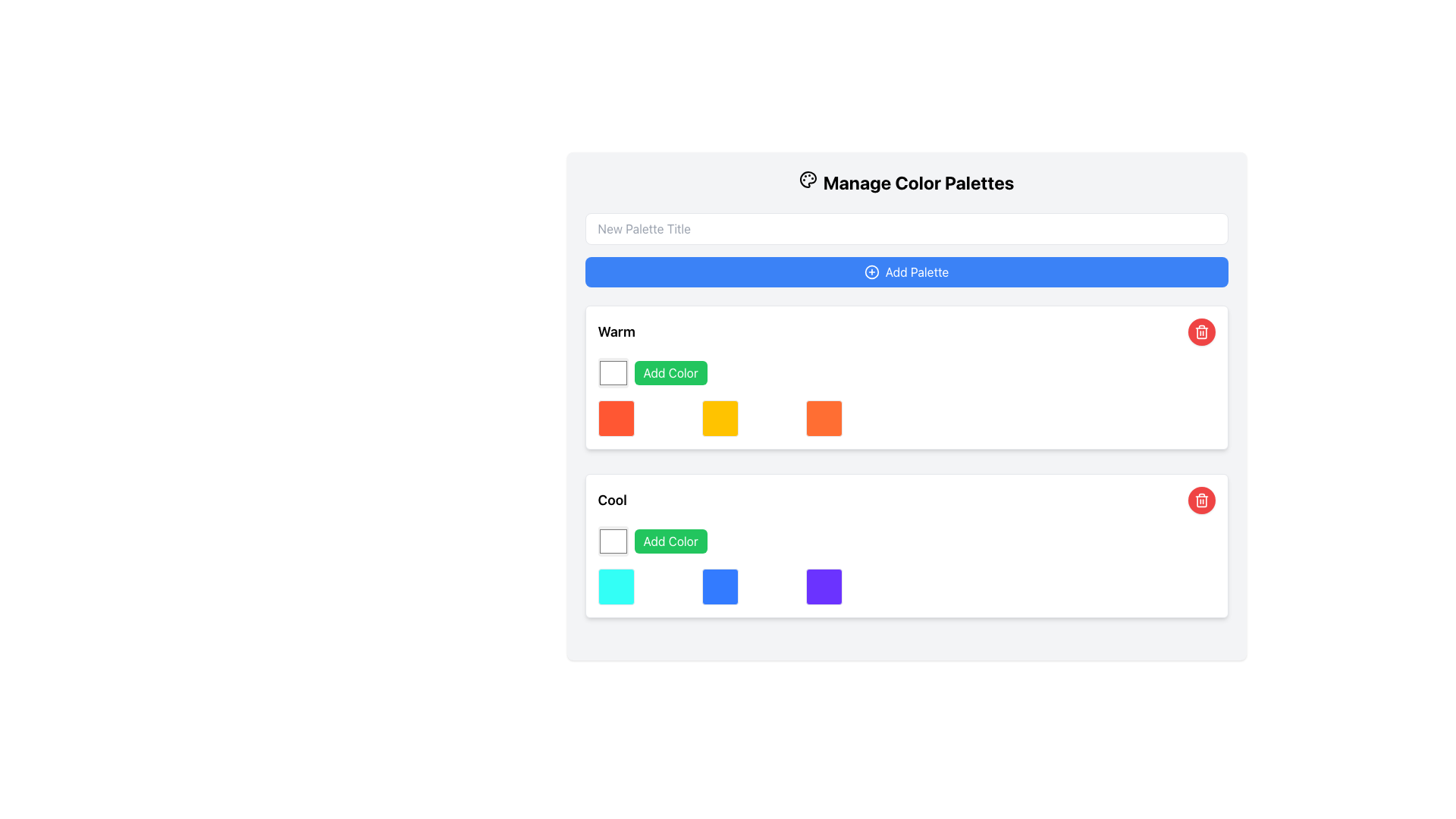 This screenshot has width=1456, height=819. What do you see at coordinates (1200, 331) in the screenshot?
I see `the circular red button with a white trash can icon located in the top-right corner of the 'Warm' color palette section` at bounding box center [1200, 331].